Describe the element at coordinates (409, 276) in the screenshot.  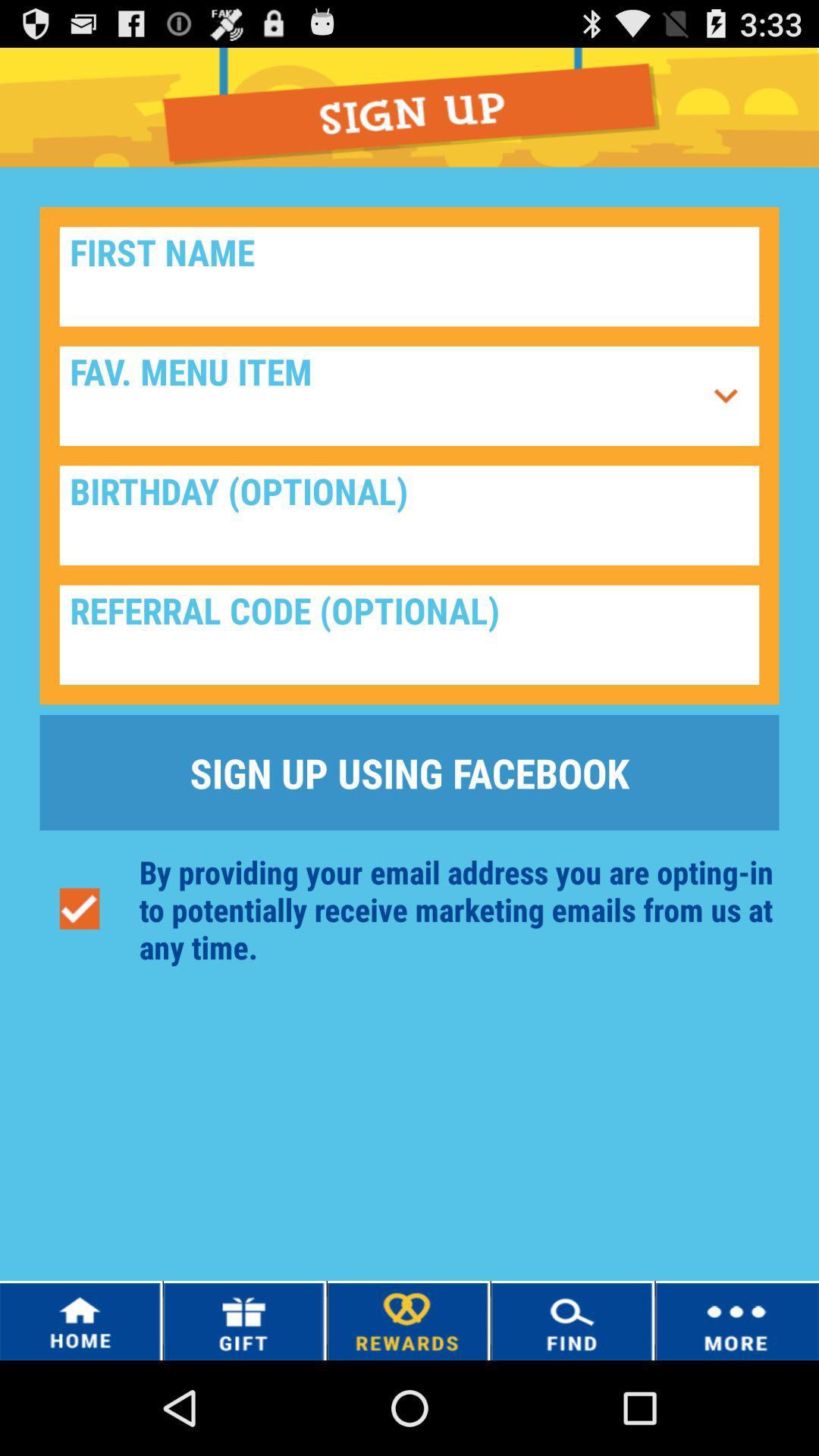
I see `name input` at that location.